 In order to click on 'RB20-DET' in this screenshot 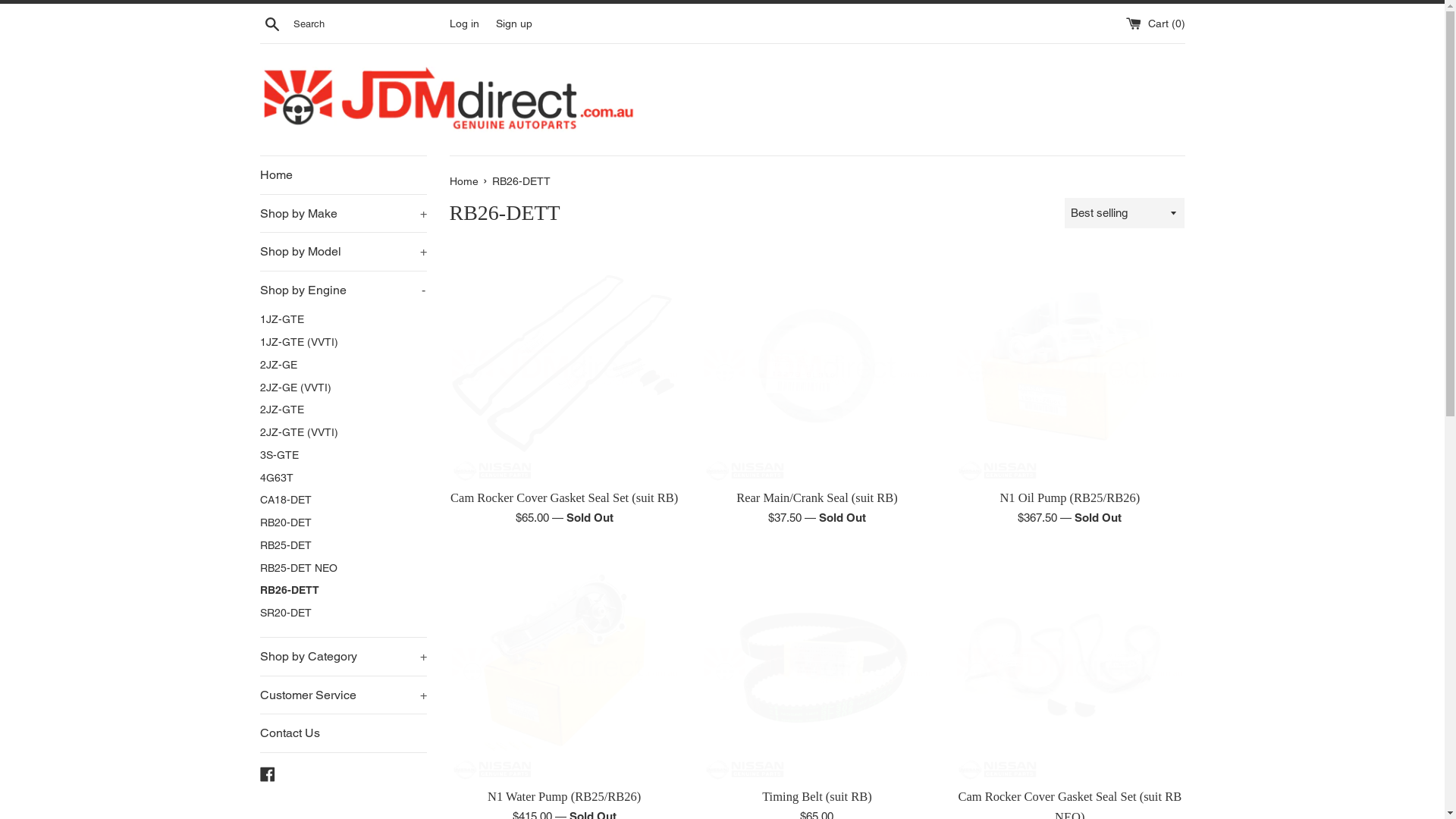, I will do `click(341, 522)`.